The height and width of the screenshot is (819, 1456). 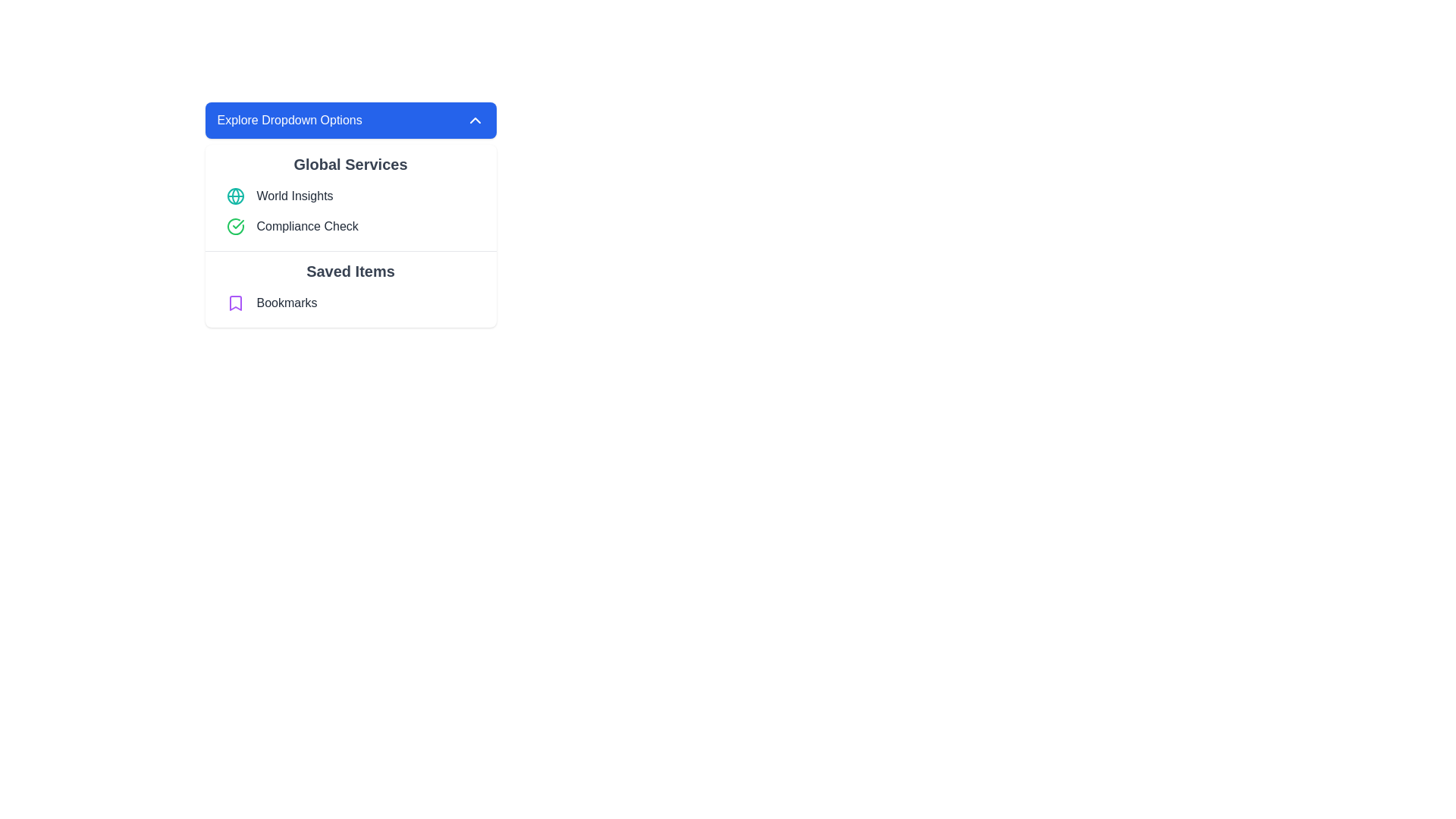 What do you see at coordinates (294, 195) in the screenshot?
I see `the 'World Insights' menu item located in the 'Global Services' section of the dropdown, positioned immediately below the blue header labeled 'Explore Dropdown Options'` at bounding box center [294, 195].